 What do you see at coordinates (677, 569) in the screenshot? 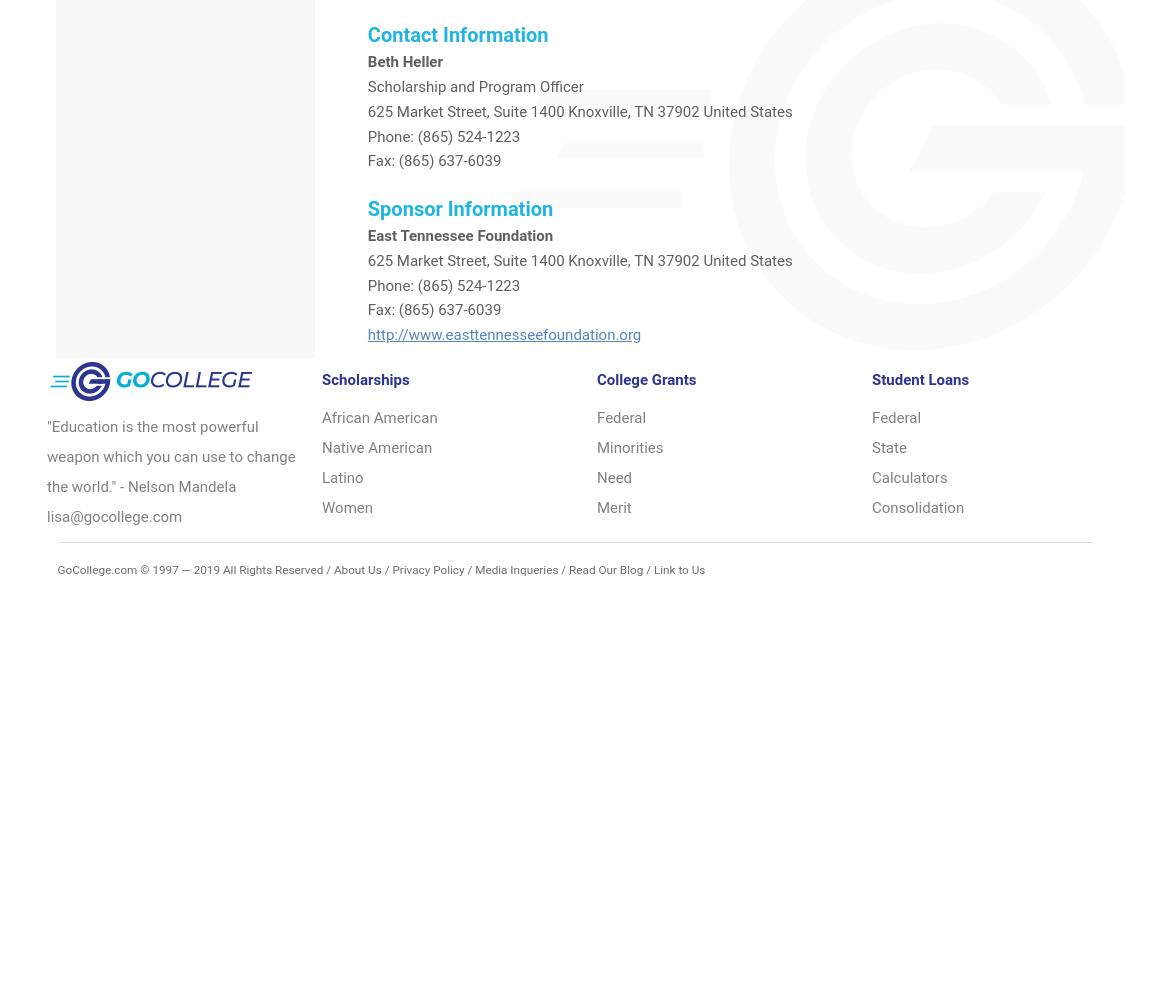
I see `'Link to Us'` at bounding box center [677, 569].